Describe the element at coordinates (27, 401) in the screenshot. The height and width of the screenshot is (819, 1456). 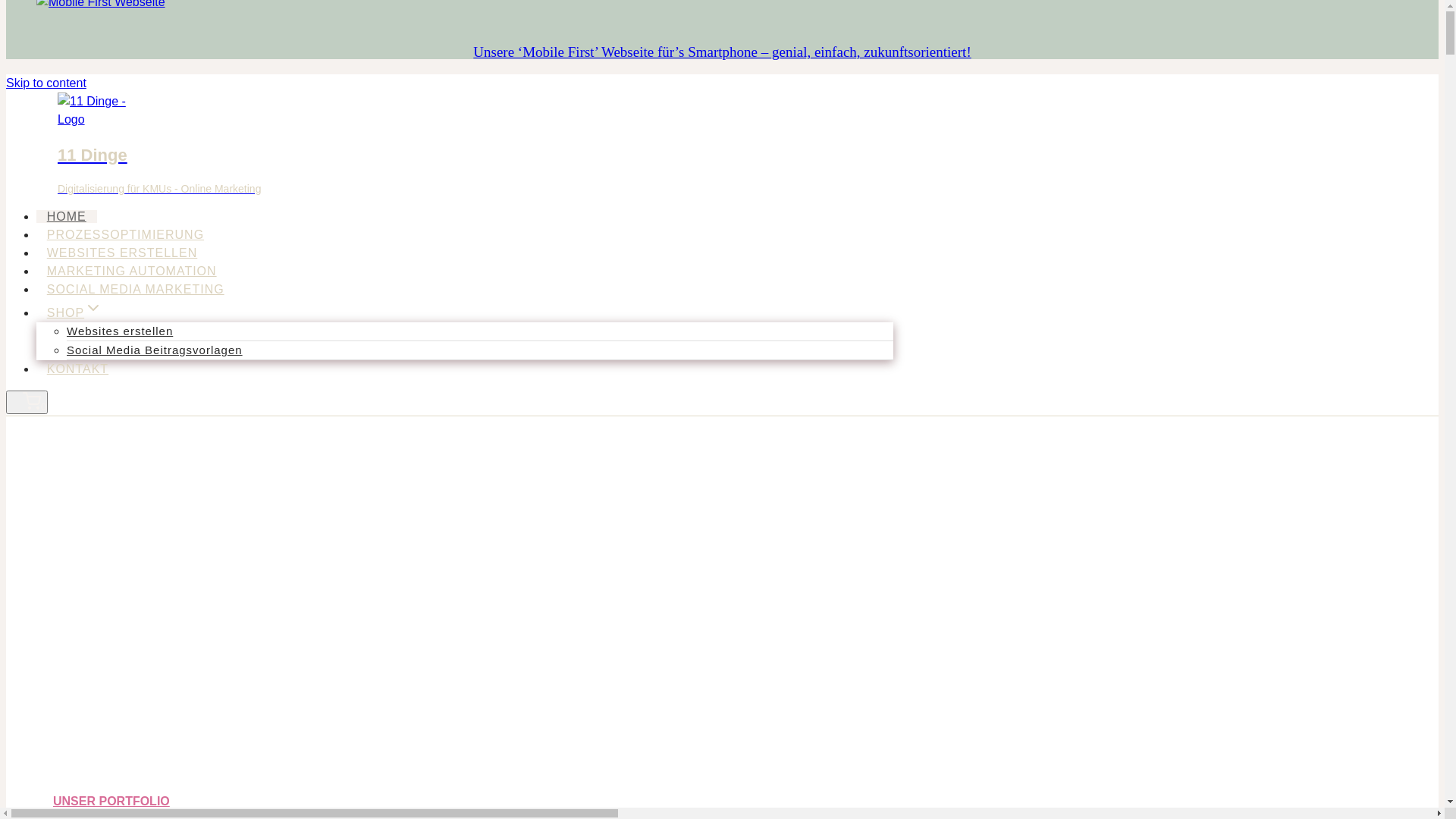
I see `'Shopping Cart 0'` at that location.